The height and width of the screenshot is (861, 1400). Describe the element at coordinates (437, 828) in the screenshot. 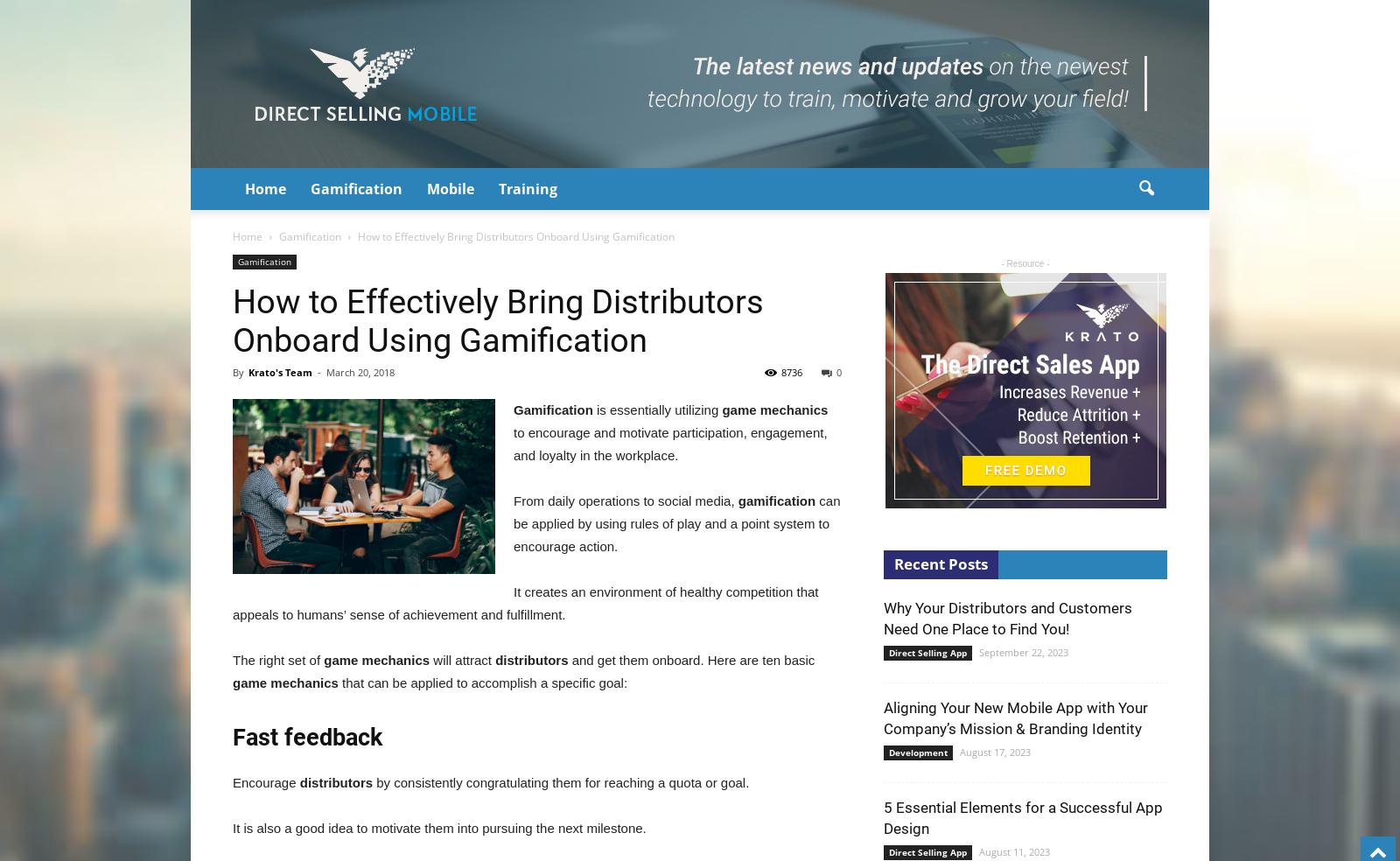

I see `'It is also a good idea to motivate them into pursuing the next milestone.'` at that location.